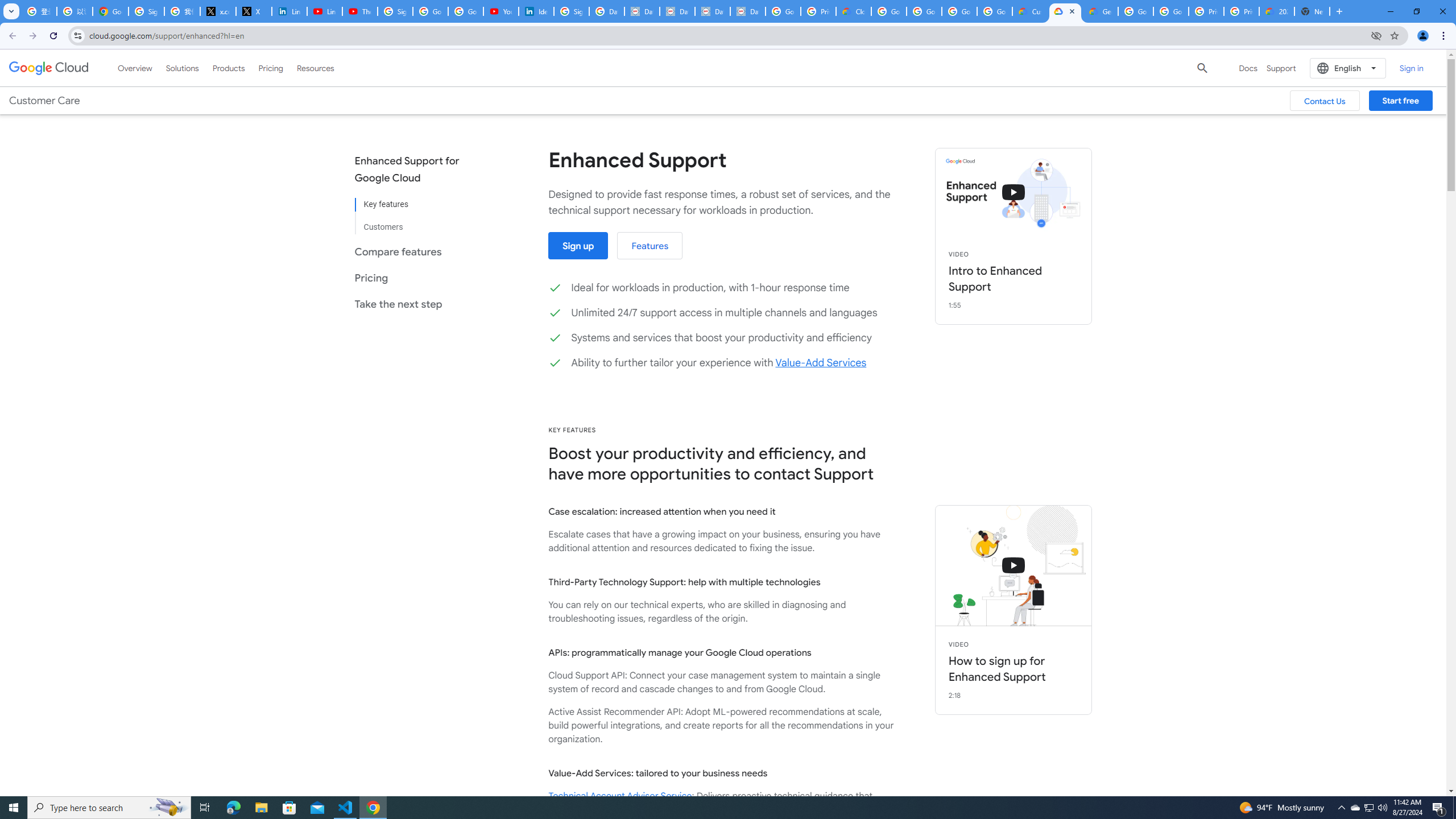  What do you see at coordinates (324, 11) in the screenshot?
I see `'LinkedIn - YouTube'` at bounding box center [324, 11].